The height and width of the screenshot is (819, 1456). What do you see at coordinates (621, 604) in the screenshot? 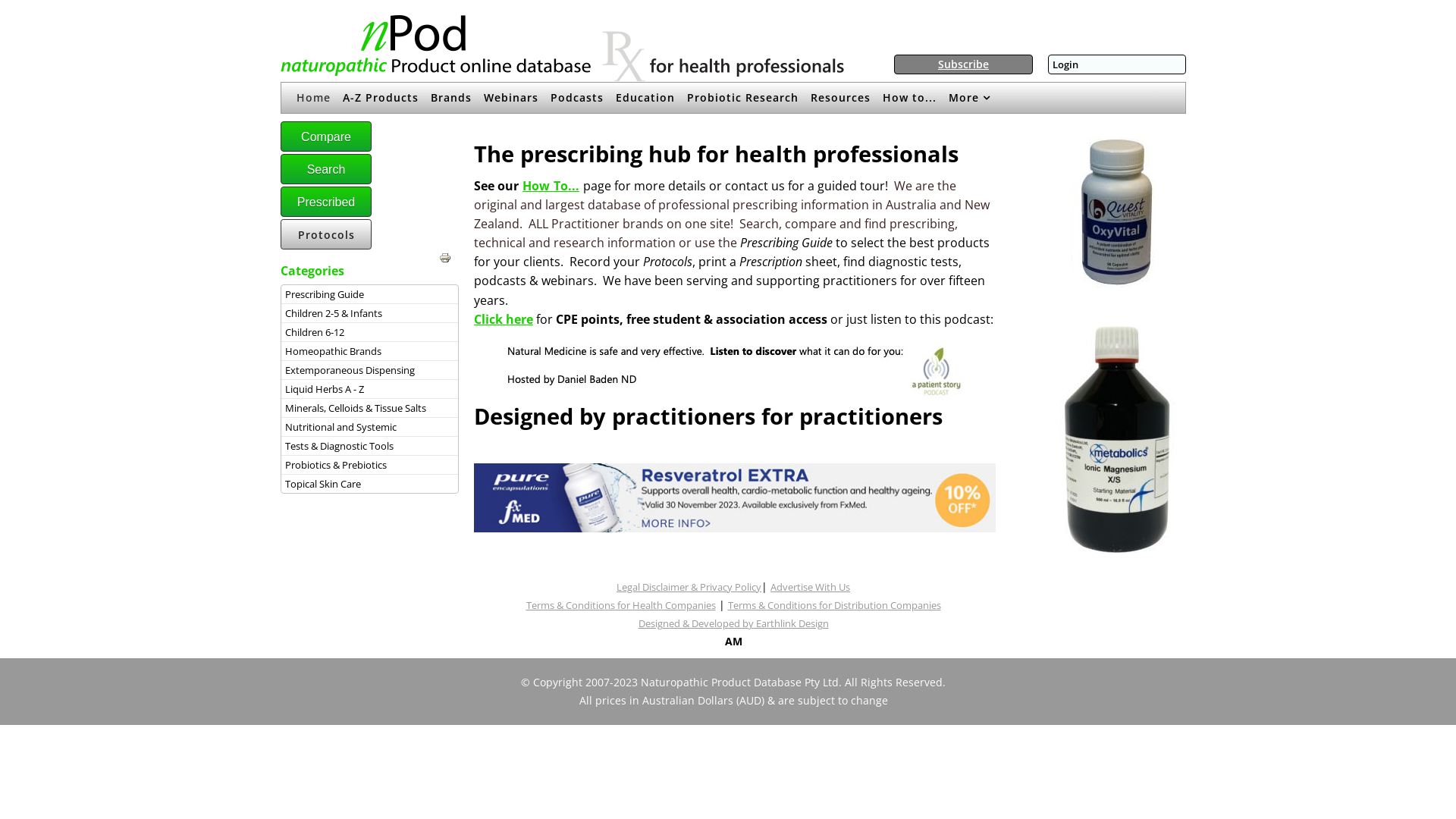
I see `'Terms & Conditions for Health Companies'` at bounding box center [621, 604].